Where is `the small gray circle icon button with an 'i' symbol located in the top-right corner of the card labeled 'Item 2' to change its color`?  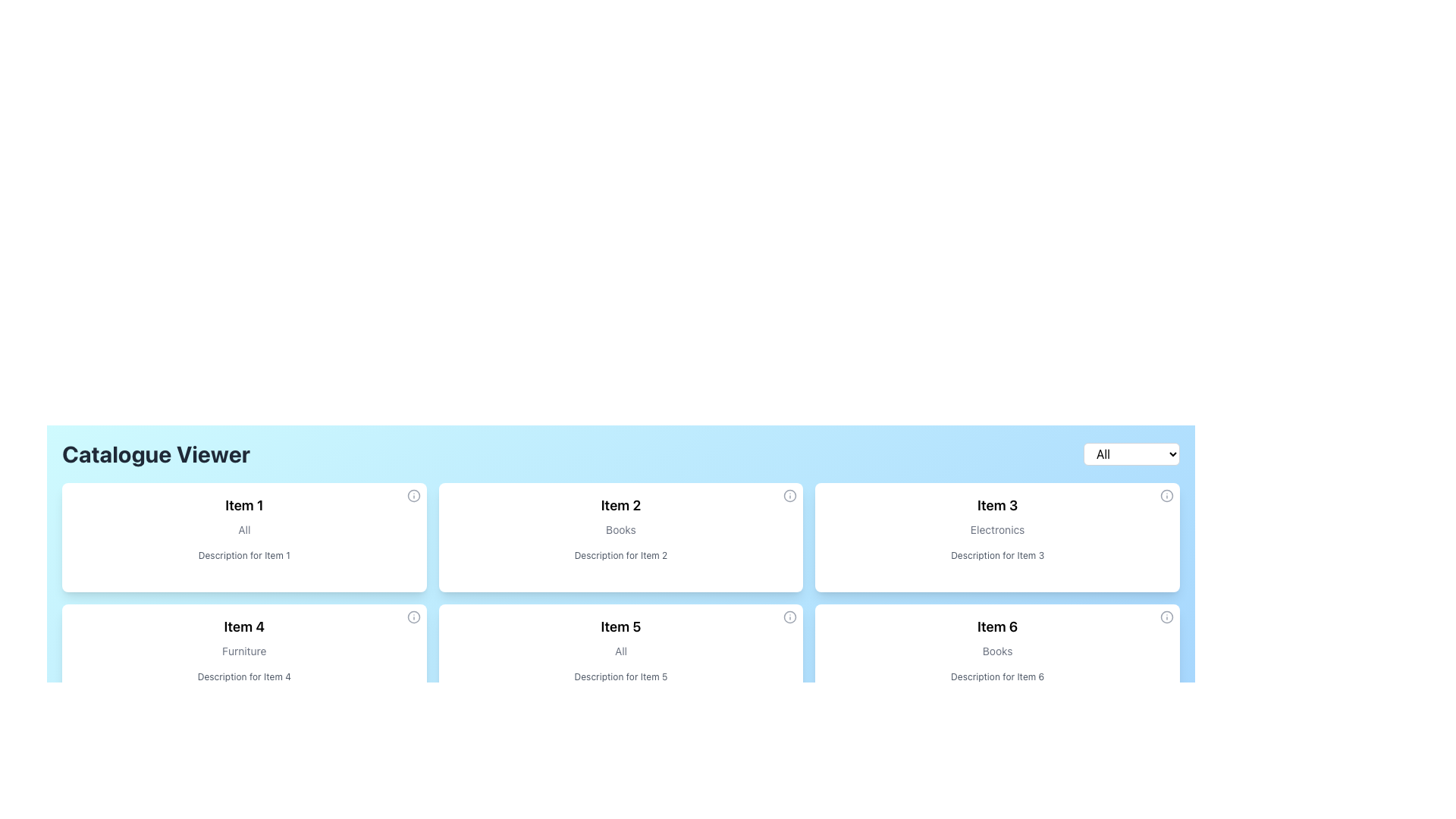
the small gray circle icon button with an 'i' symbol located in the top-right corner of the card labeled 'Item 2' to change its color is located at coordinates (789, 496).